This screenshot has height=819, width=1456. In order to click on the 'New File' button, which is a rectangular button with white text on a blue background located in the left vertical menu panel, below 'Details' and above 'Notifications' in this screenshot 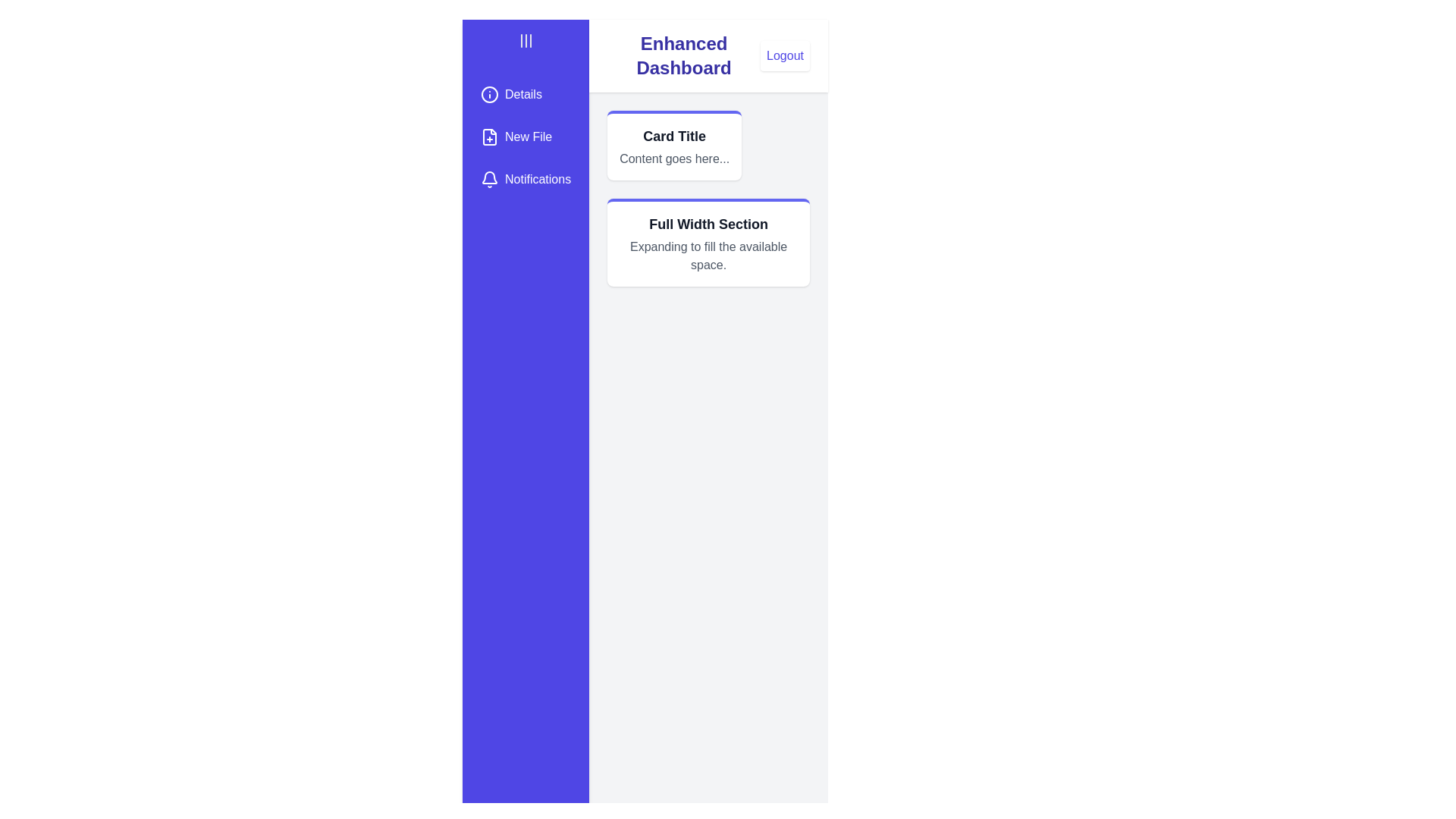, I will do `click(526, 137)`.